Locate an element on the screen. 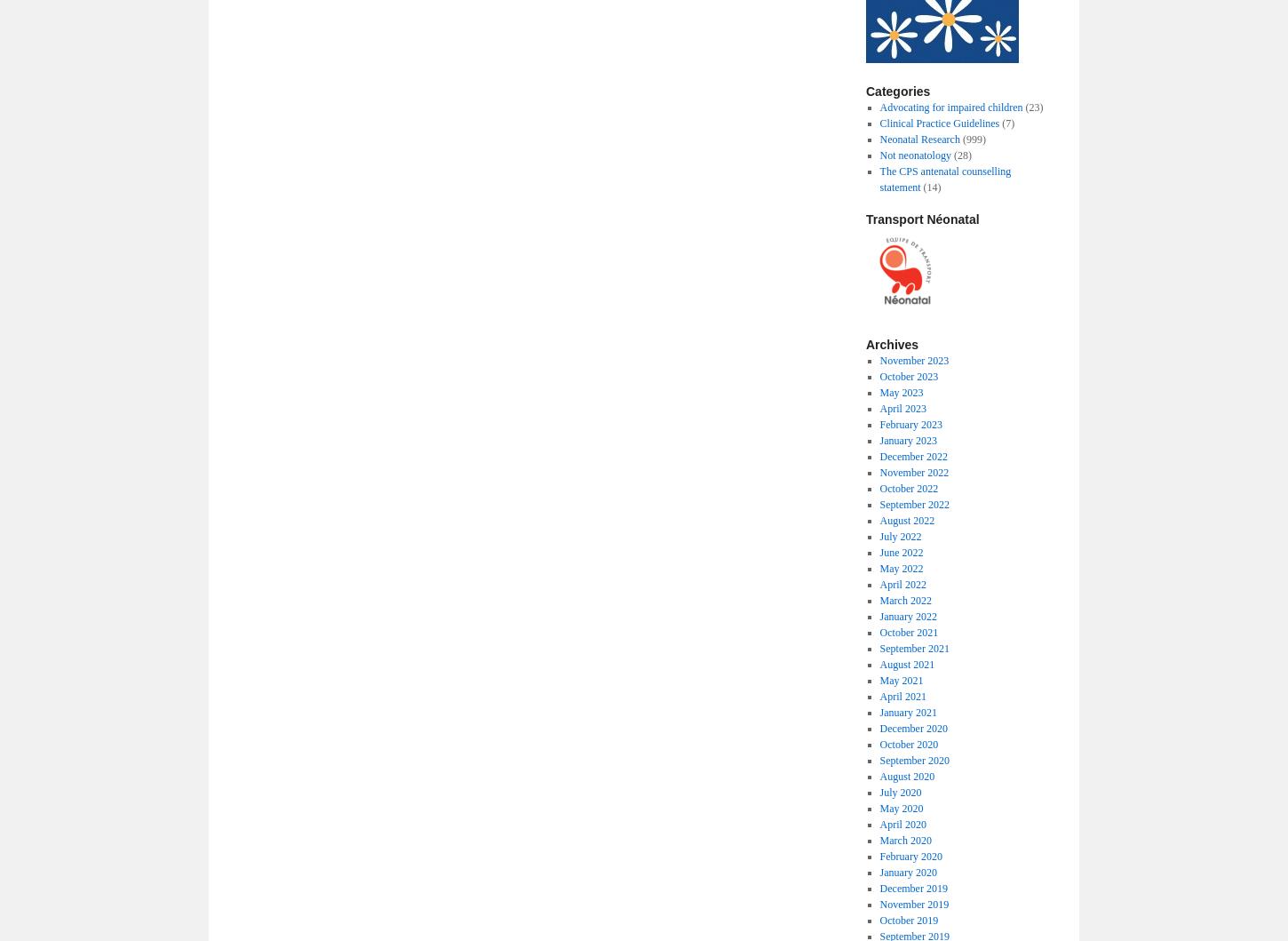 The image size is (1288, 941). 'August 2020' is located at coordinates (879, 776).